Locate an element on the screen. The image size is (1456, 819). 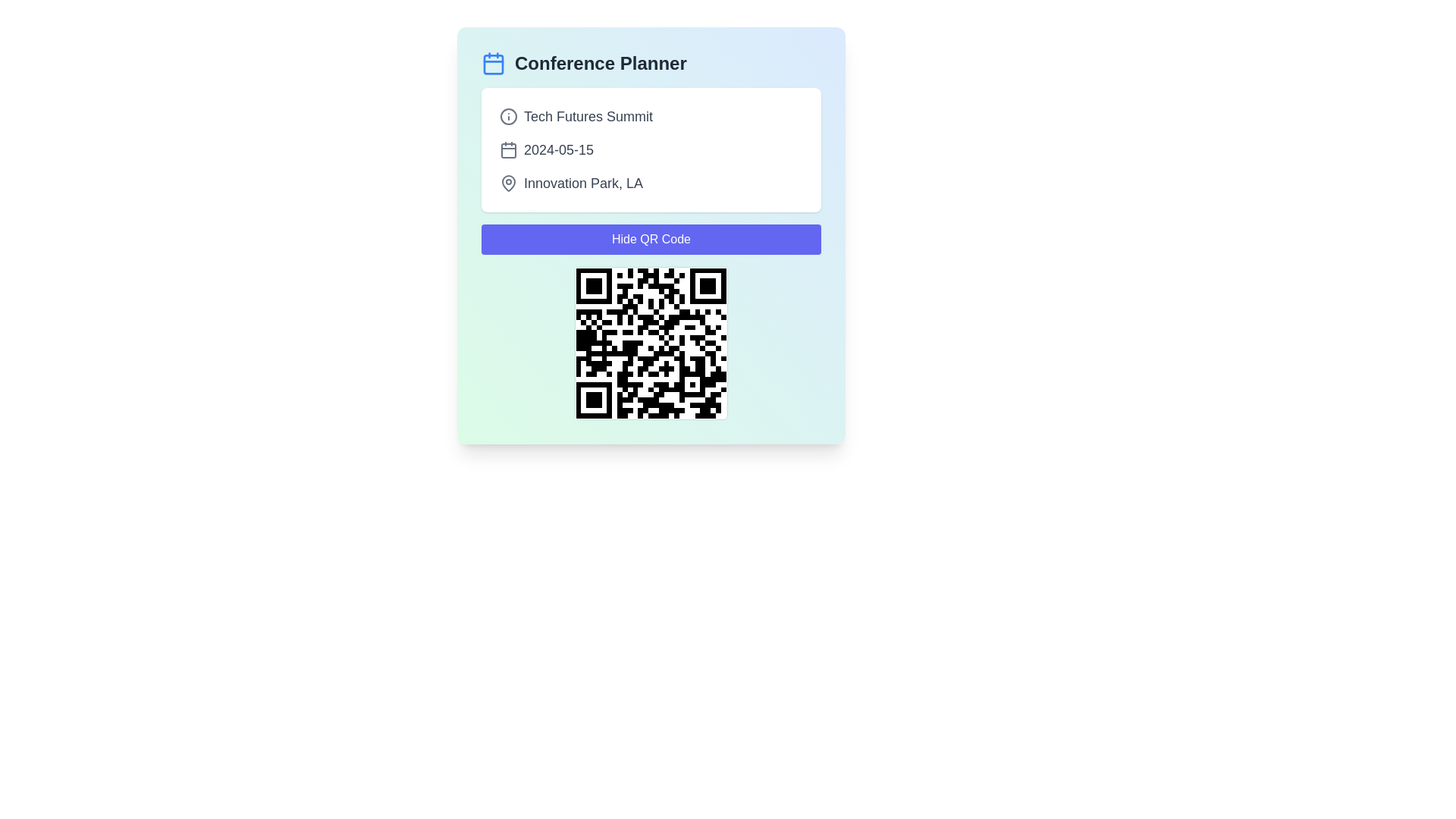
the modern blue outline calendar icon located to the left of the heading 'Conference Planner' is located at coordinates (494, 63).